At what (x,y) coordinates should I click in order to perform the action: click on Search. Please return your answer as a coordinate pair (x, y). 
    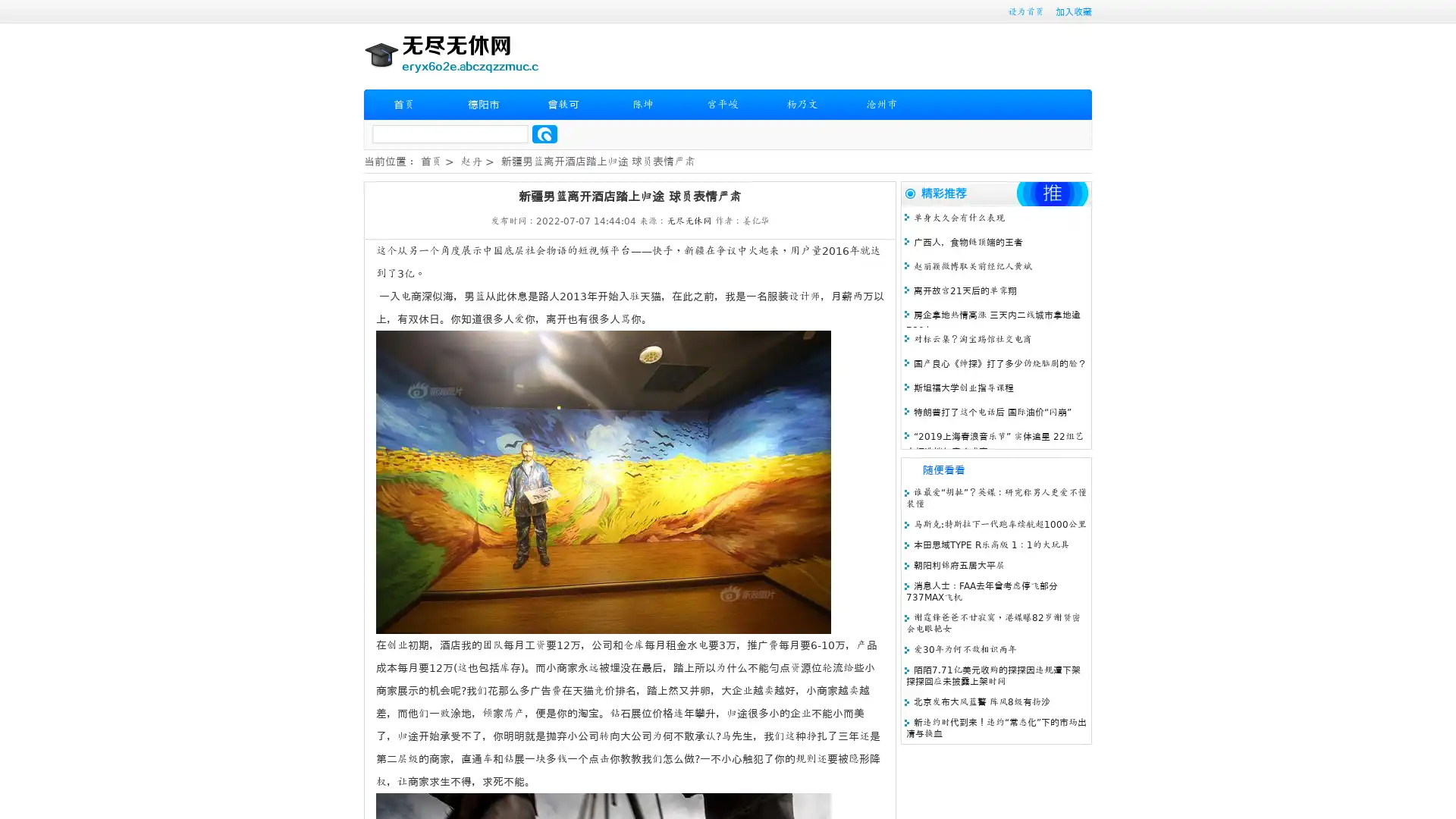
    Looking at the image, I should click on (544, 133).